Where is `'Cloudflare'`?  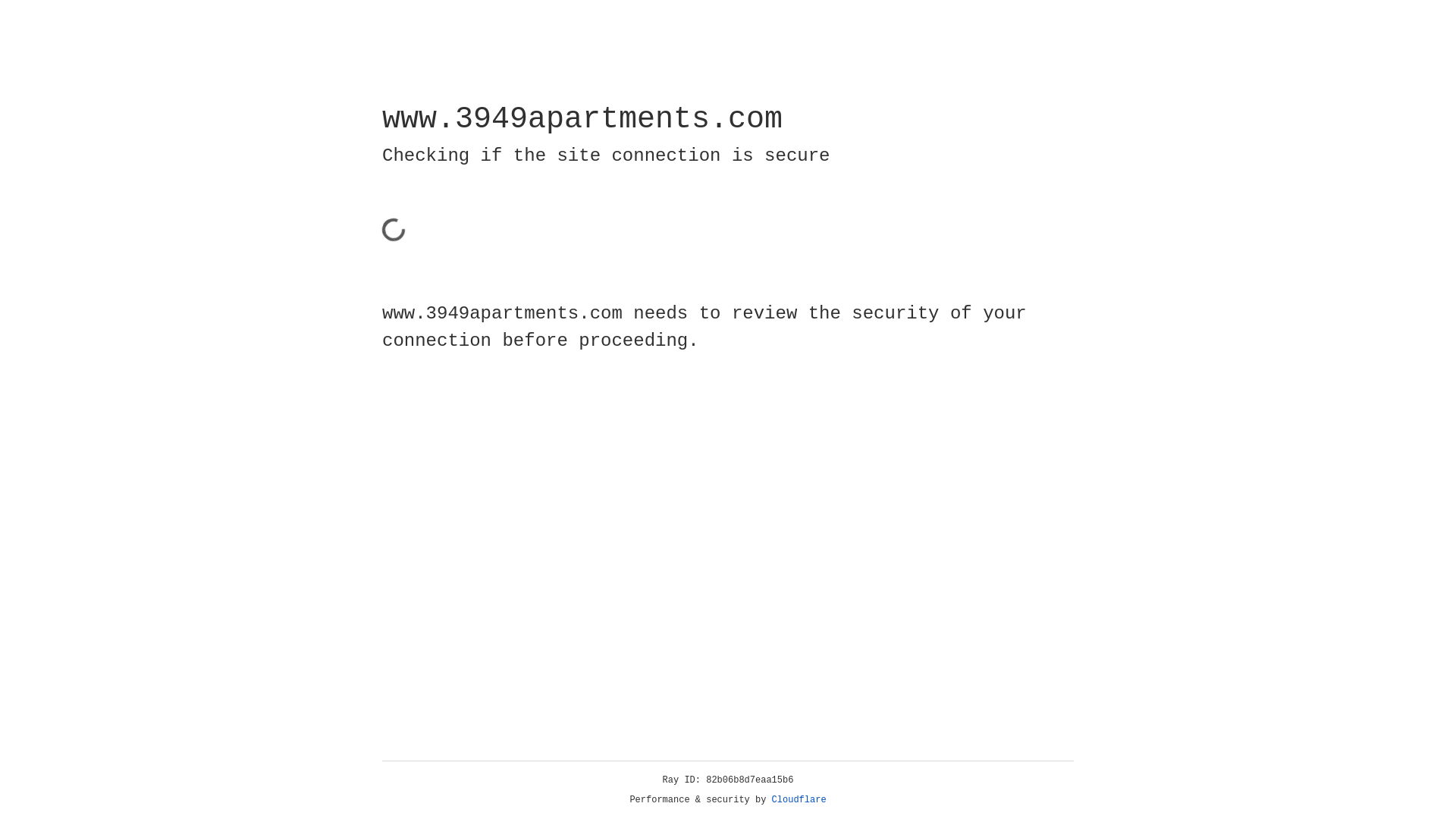
'Cloudflare' is located at coordinates (799, 799).